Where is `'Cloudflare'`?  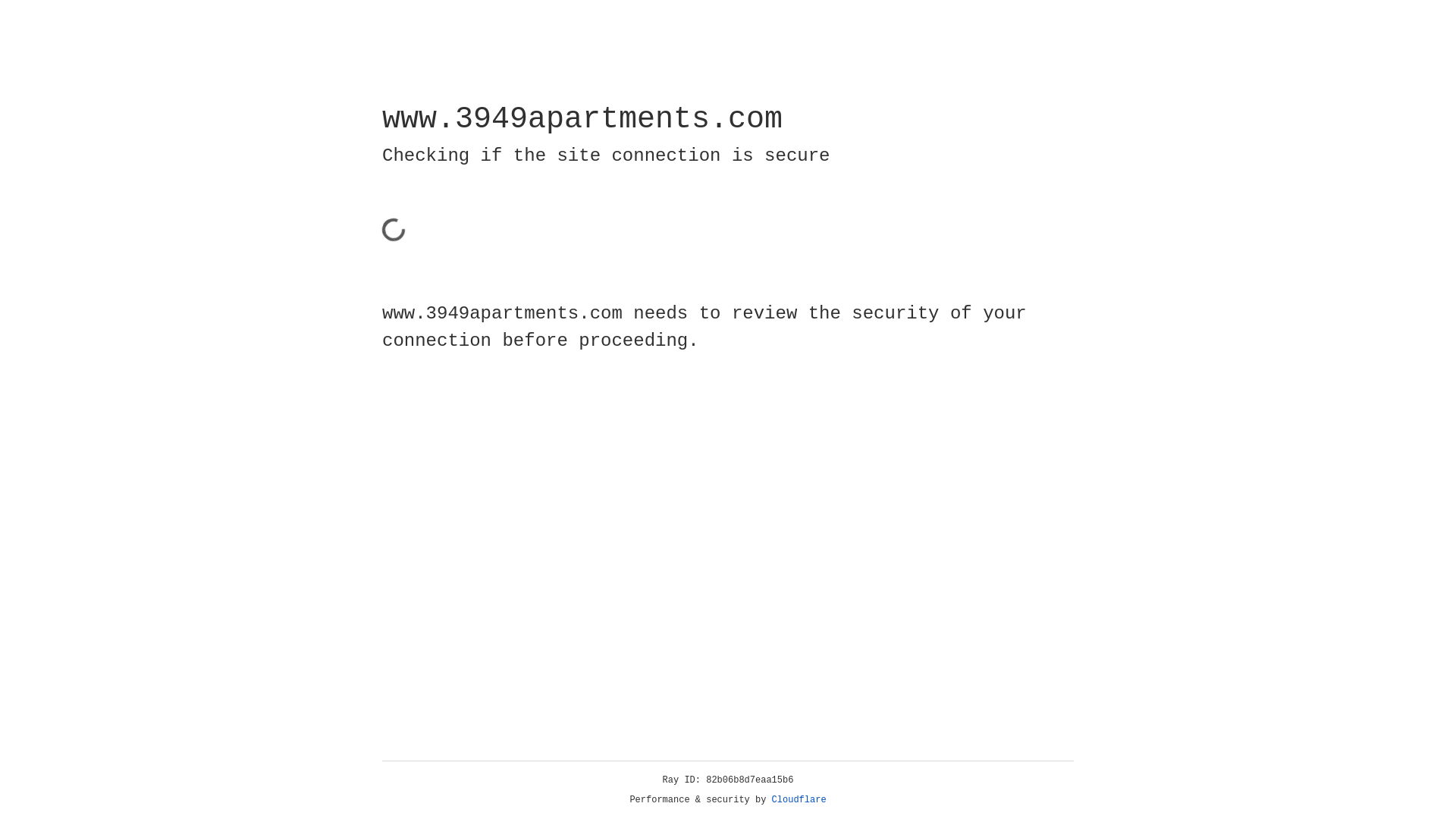
'Cloudflare' is located at coordinates (799, 799).